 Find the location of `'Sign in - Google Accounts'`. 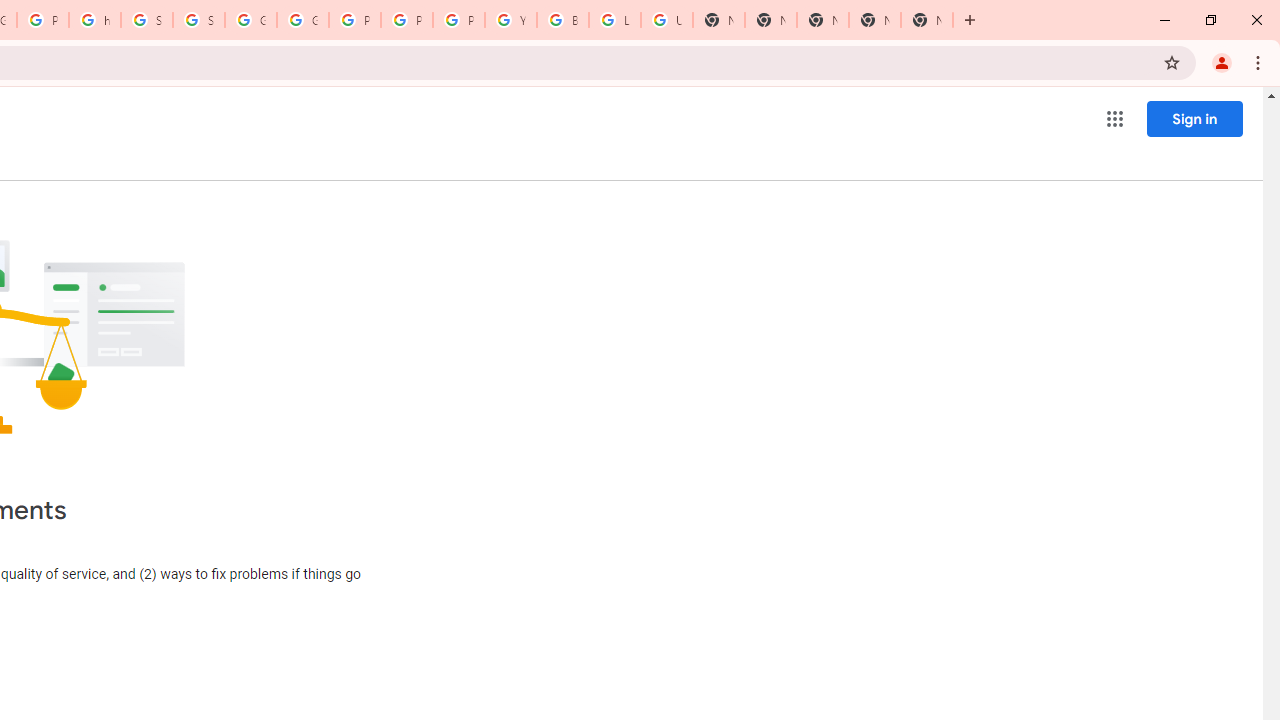

'Sign in - Google Accounts' is located at coordinates (146, 20).